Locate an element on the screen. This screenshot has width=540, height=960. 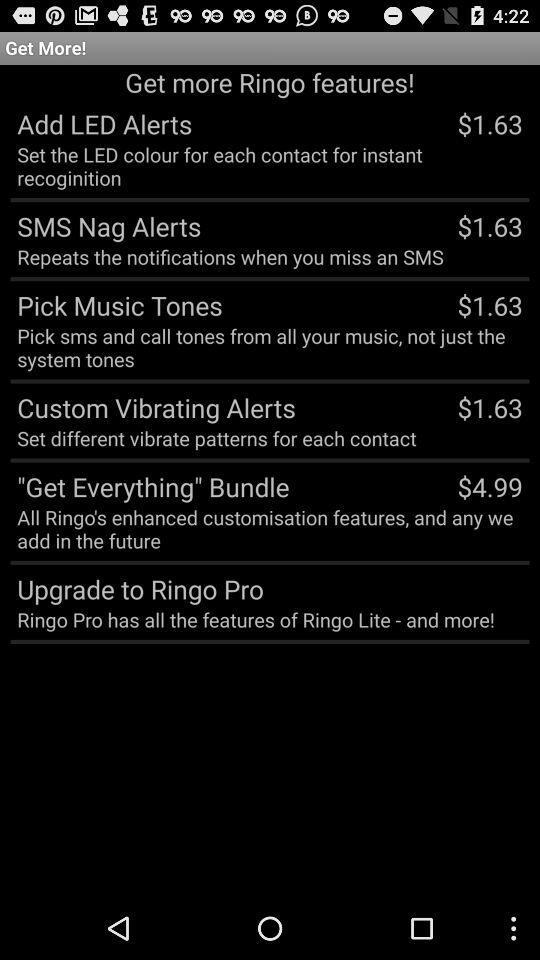
app below $1.63 icon is located at coordinates (489, 485).